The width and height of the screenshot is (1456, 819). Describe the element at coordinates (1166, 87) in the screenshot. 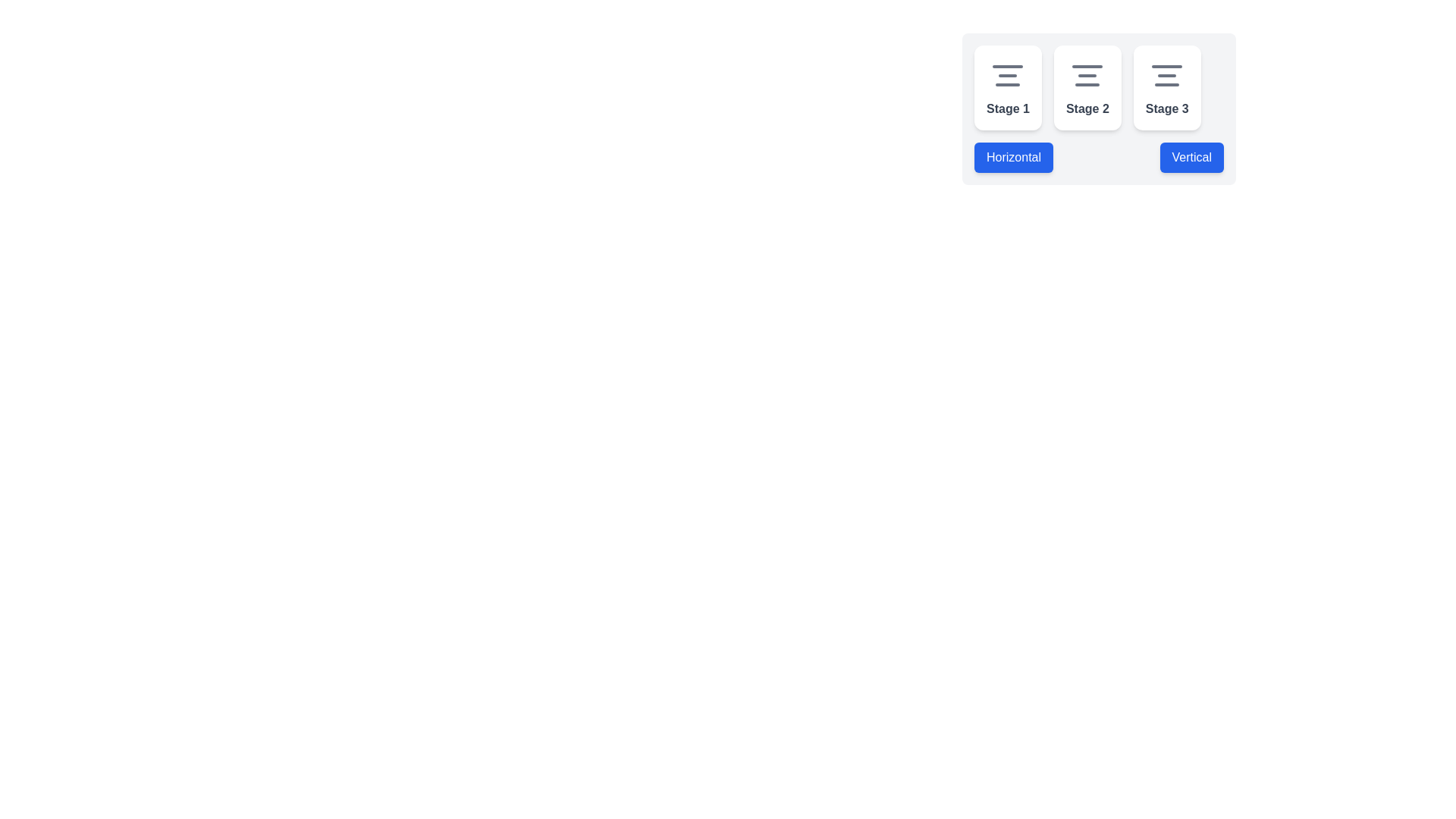

I see `the 'Stage 3' card, which is a rectangular card with rounded corners and an icon of horizontal lines at the top center` at that location.